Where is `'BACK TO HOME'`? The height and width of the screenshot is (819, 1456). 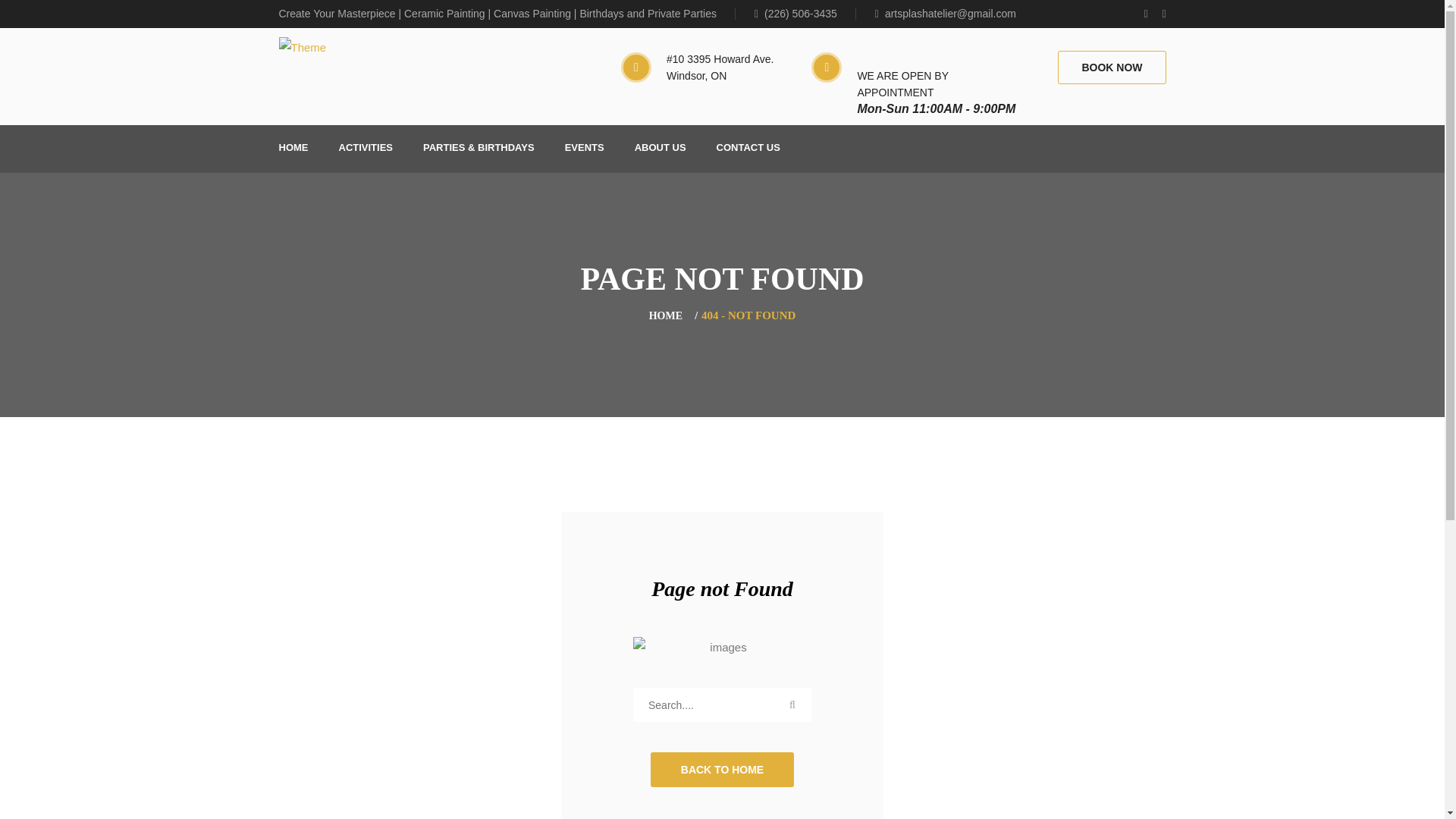 'BACK TO HOME' is located at coordinates (651, 769).